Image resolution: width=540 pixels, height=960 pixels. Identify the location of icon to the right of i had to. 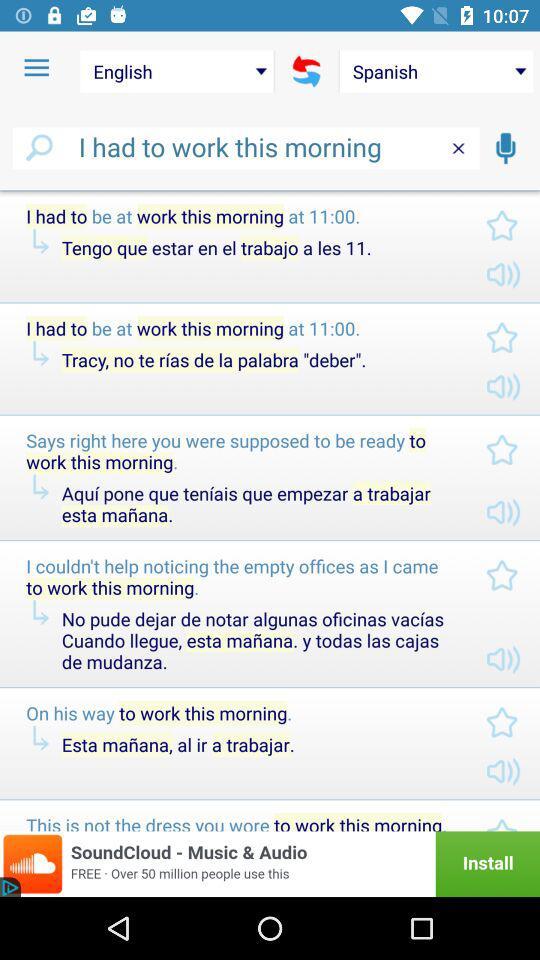
(504, 147).